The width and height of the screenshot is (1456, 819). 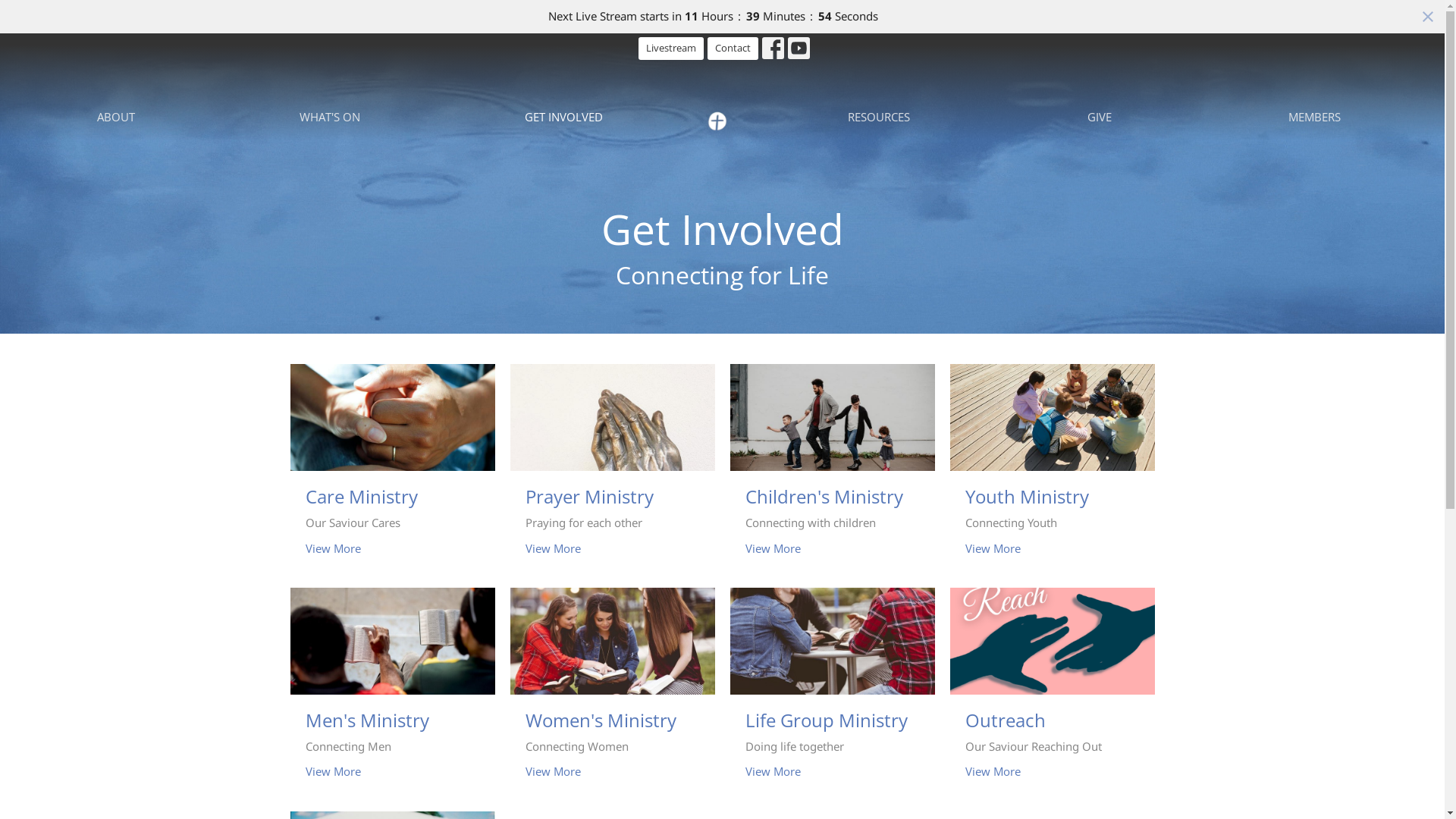 I want to click on 'Contact', so click(x=733, y=48).